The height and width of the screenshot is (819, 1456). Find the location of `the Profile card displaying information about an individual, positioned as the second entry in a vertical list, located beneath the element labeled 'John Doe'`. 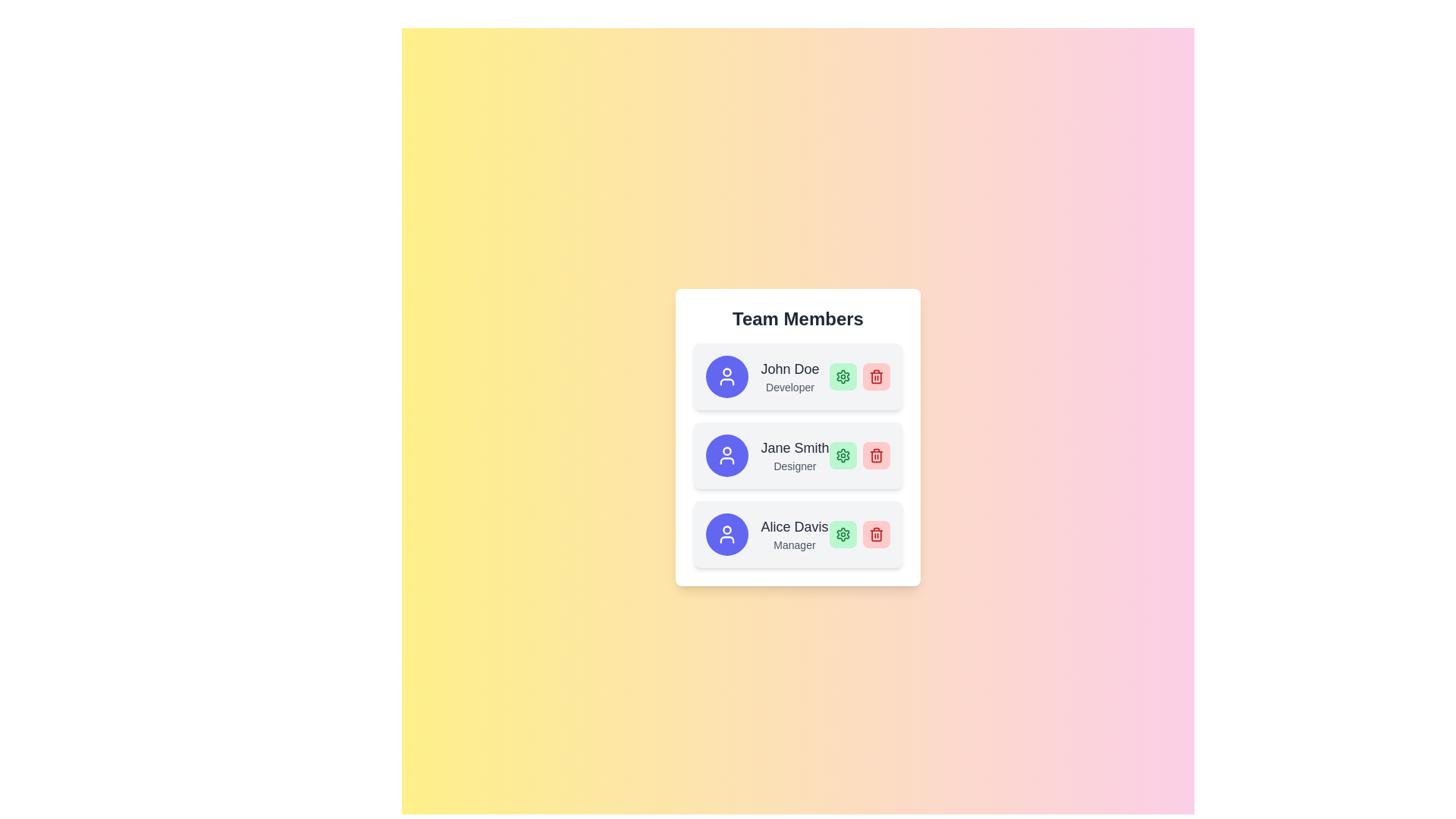

the Profile card displaying information about an individual, positioned as the second entry in a vertical list, located beneath the element labeled 'John Doe' is located at coordinates (797, 455).